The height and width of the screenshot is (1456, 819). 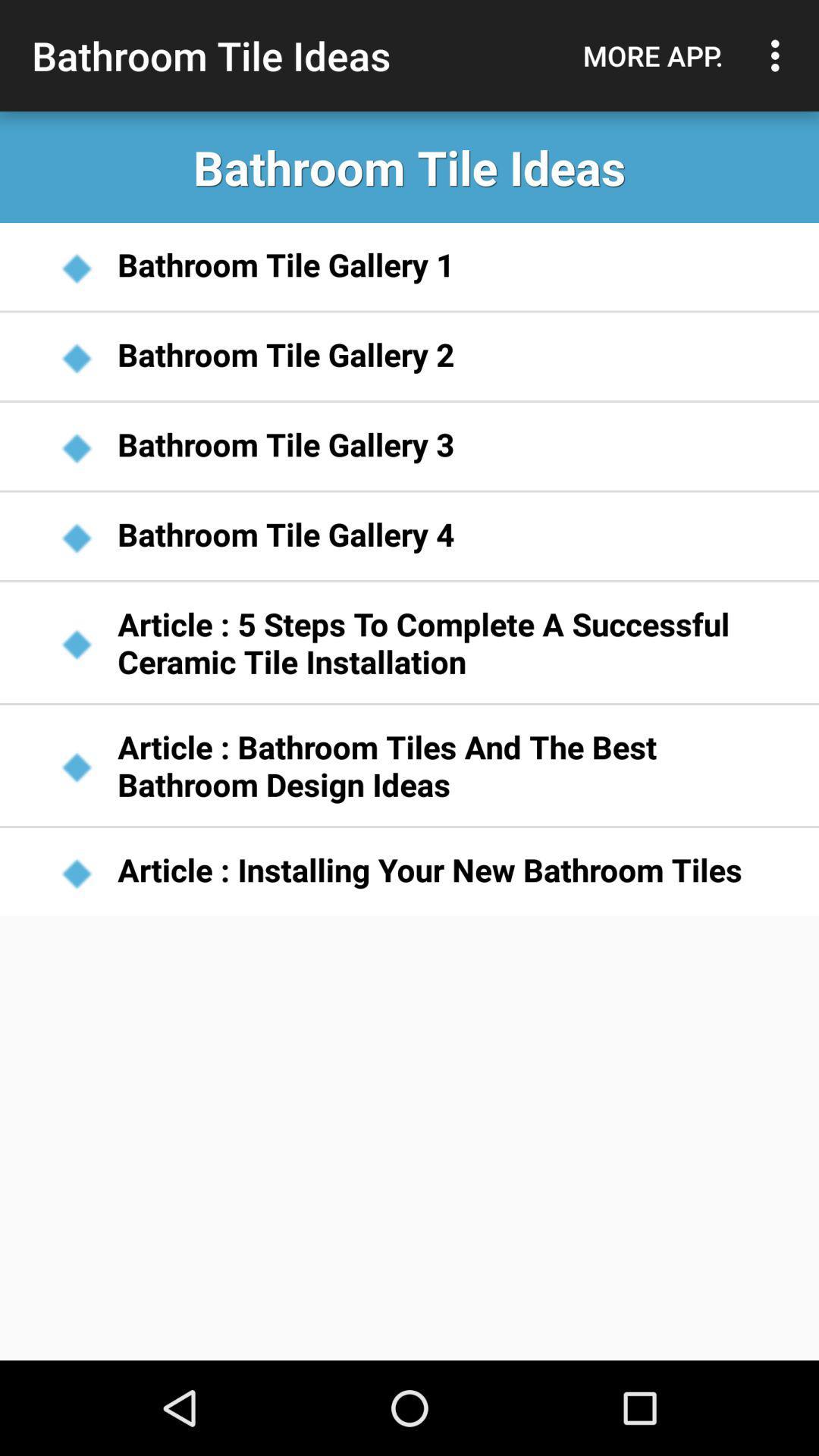 I want to click on more app. item, so click(x=652, y=55).